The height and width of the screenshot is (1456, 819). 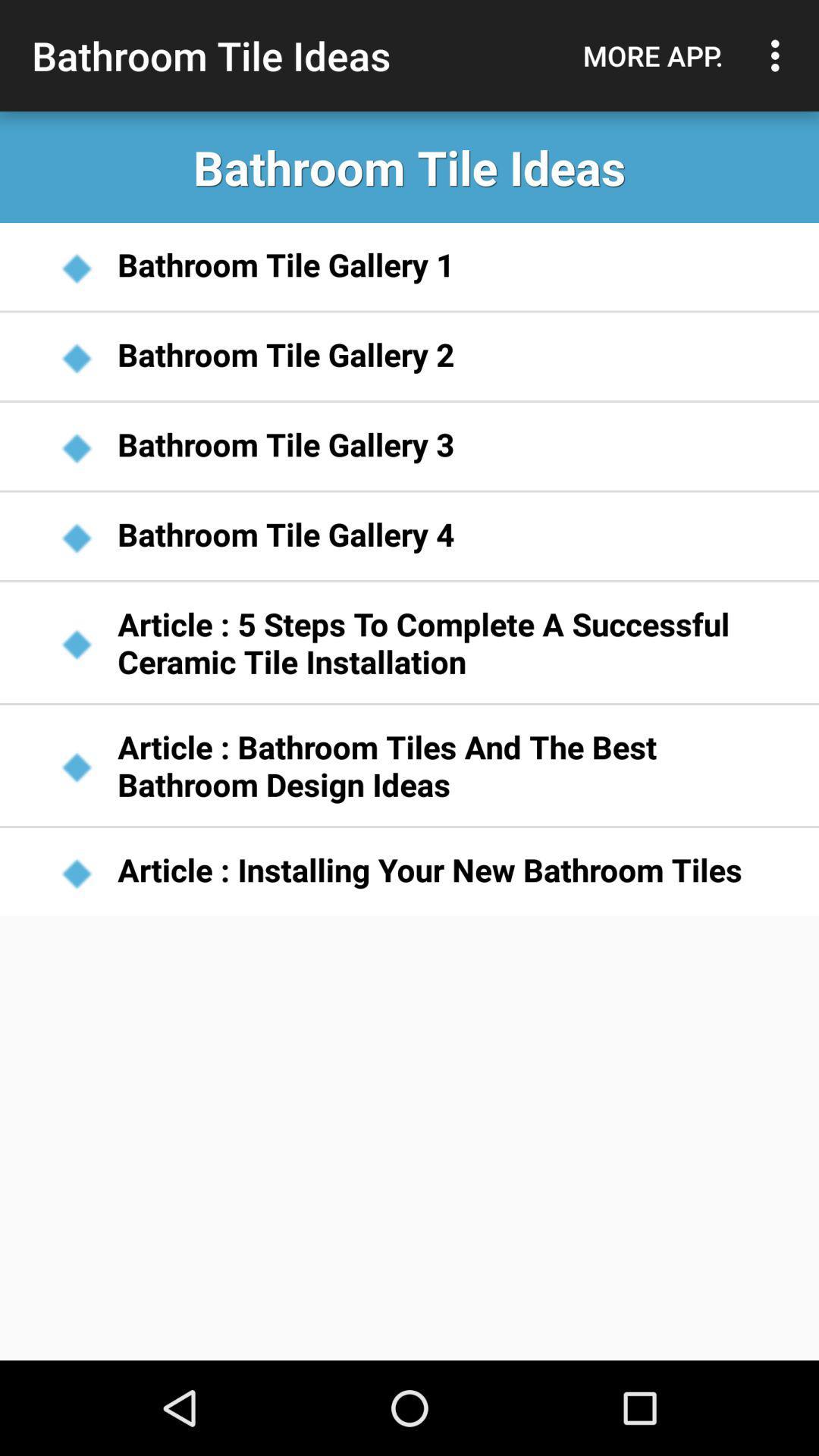 I want to click on more app. item, so click(x=652, y=55).